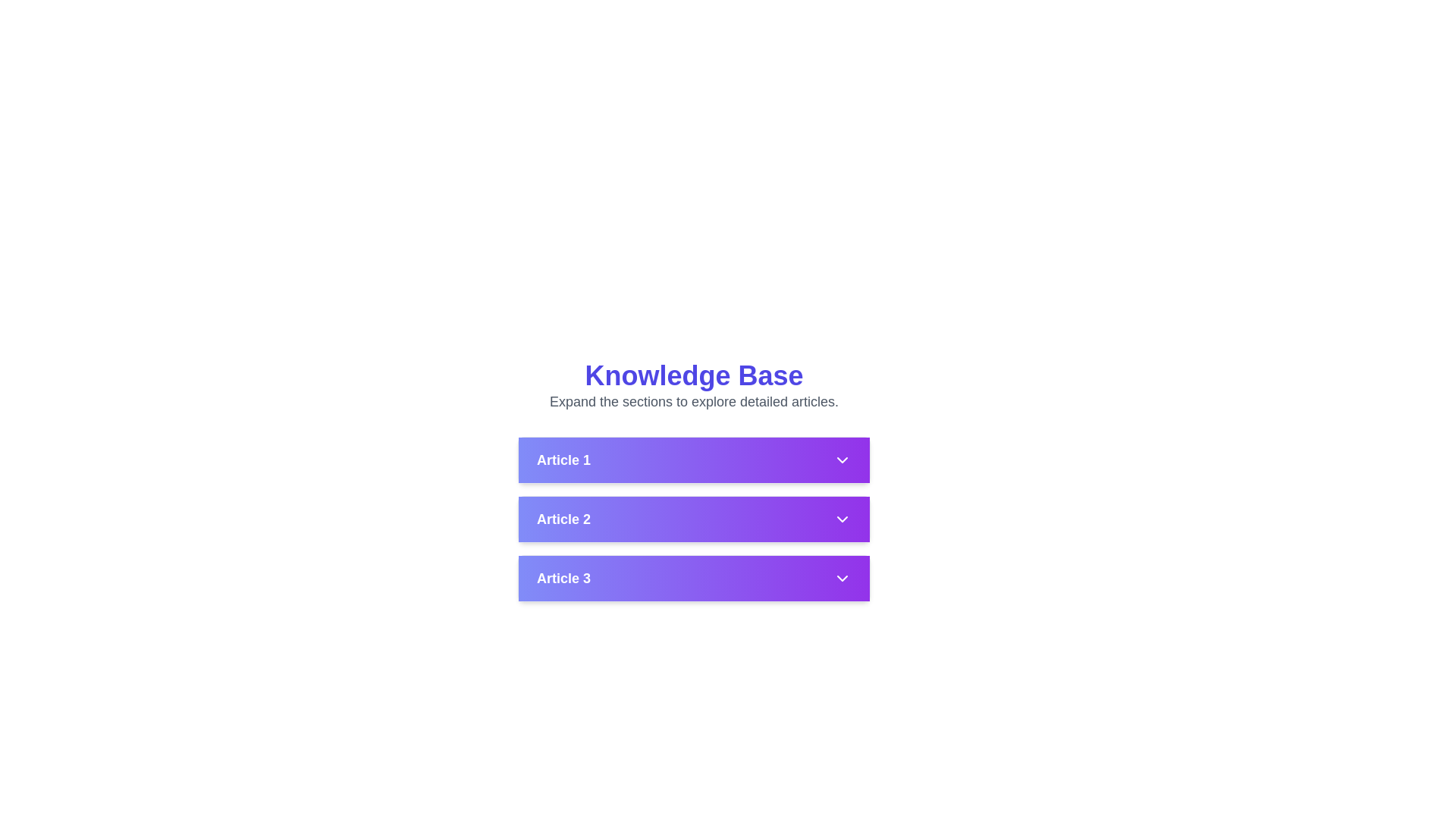  Describe the element at coordinates (693, 488) in the screenshot. I see `the Collapsible Panel Header labeled 'Article 1' to provide visual feedback` at that location.